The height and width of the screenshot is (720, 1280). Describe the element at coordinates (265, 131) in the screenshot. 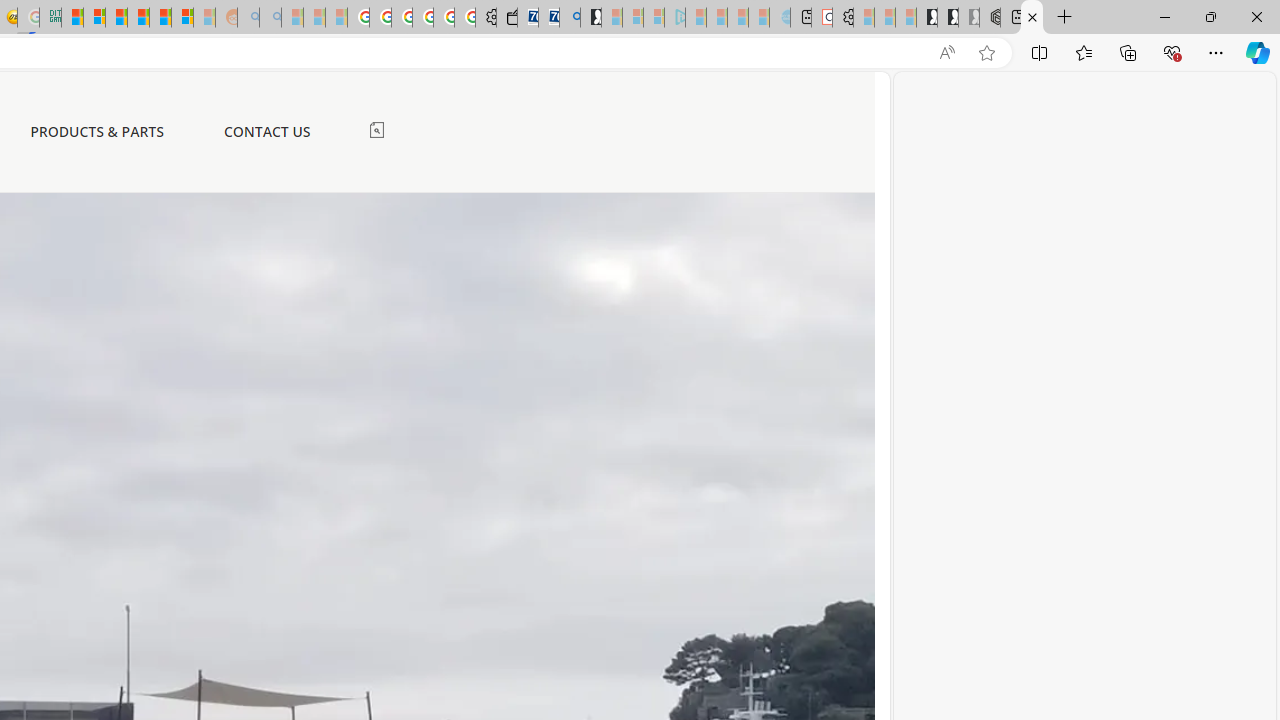

I see `'CONTACT US'` at that location.